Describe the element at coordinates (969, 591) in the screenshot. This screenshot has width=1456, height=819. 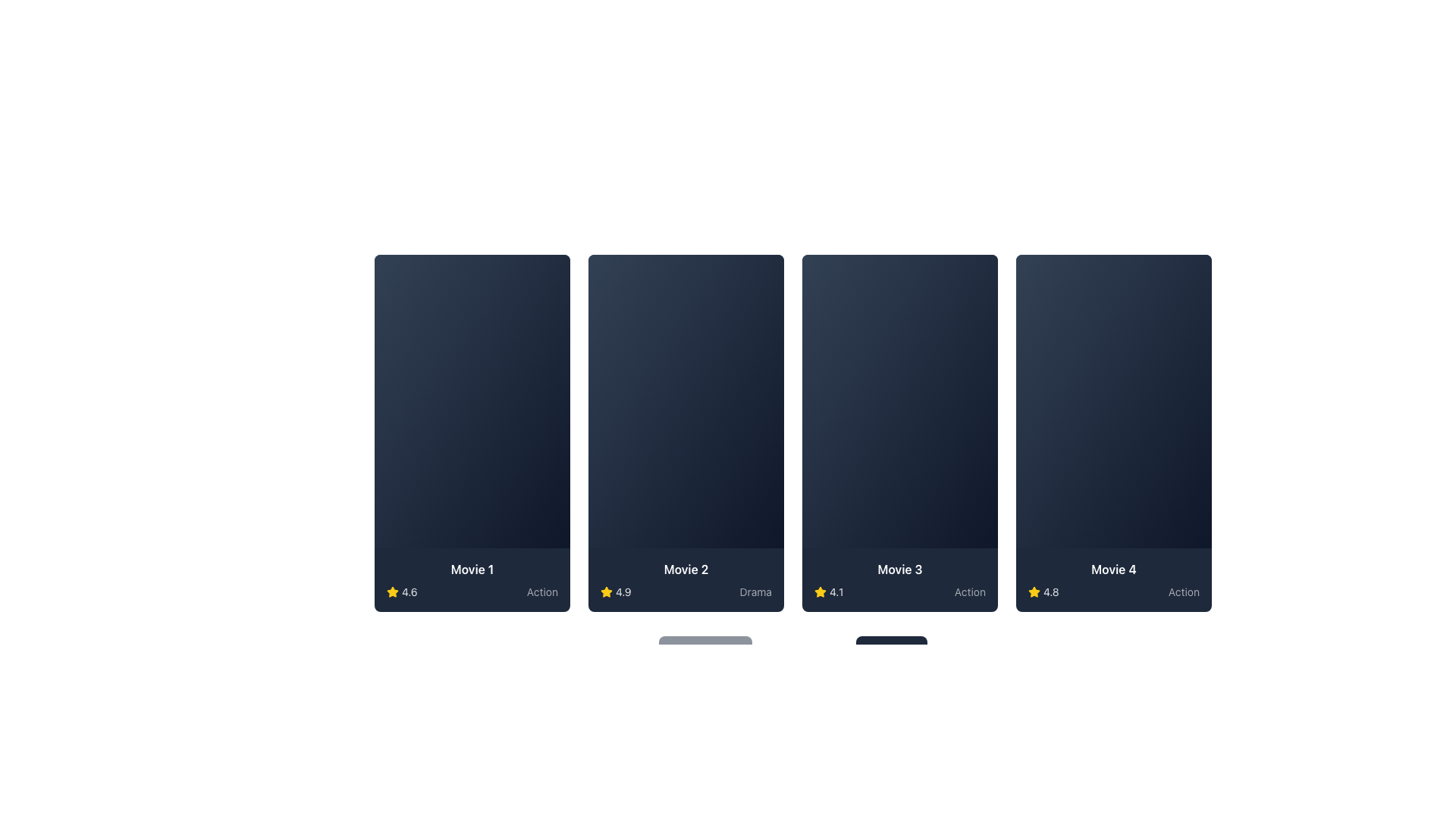
I see `the text label displaying 'Action' located at the bottom-right of the 'Movie 3' card` at that location.